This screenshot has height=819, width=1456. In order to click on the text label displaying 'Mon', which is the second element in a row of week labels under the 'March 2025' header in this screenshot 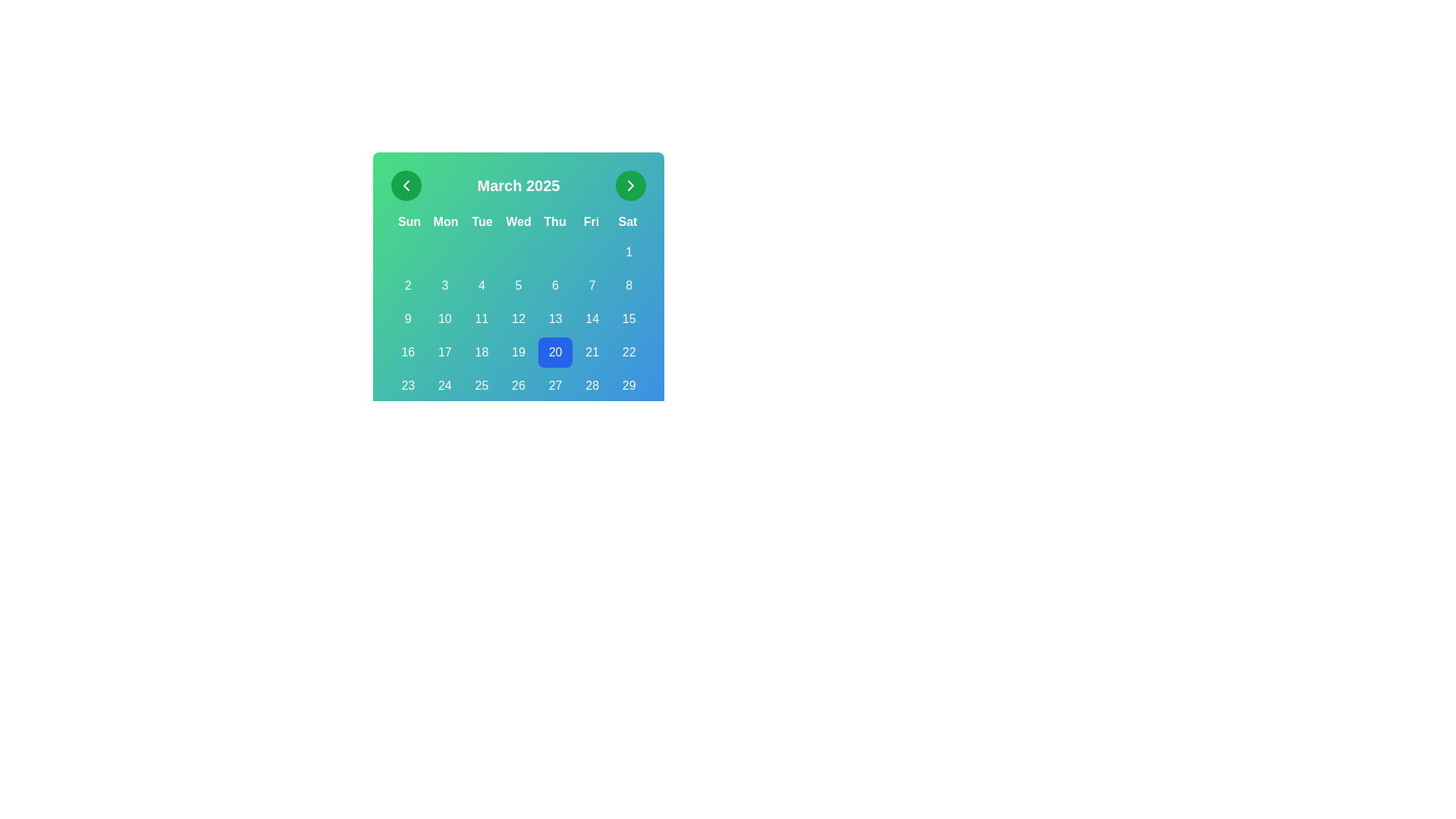, I will do `click(445, 222)`.